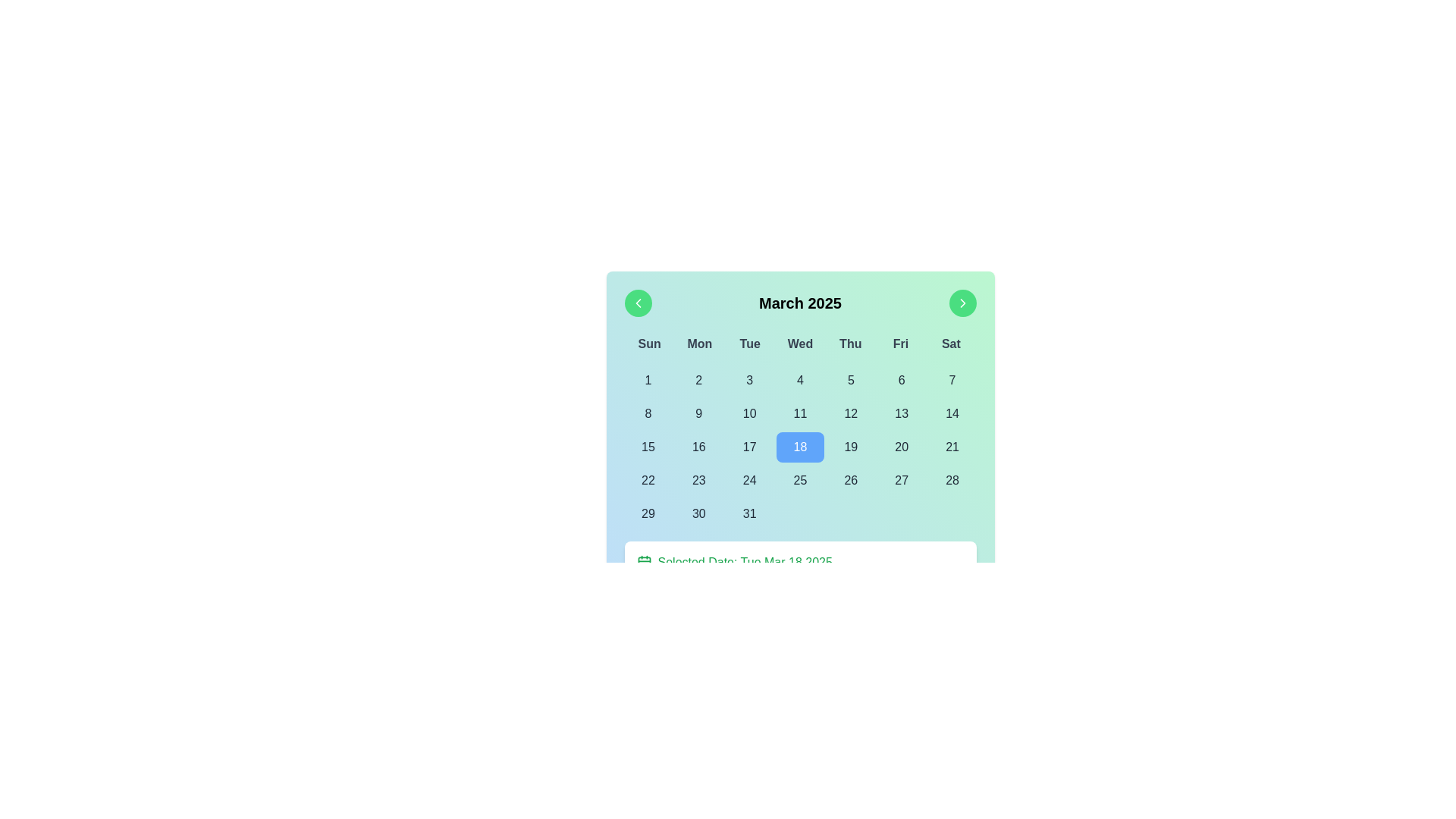 This screenshot has width=1456, height=819. I want to click on the button displaying the number '28', which is a text-based rectangular button with a rounded border located in the grid of dates for March 2025, so click(952, 480).